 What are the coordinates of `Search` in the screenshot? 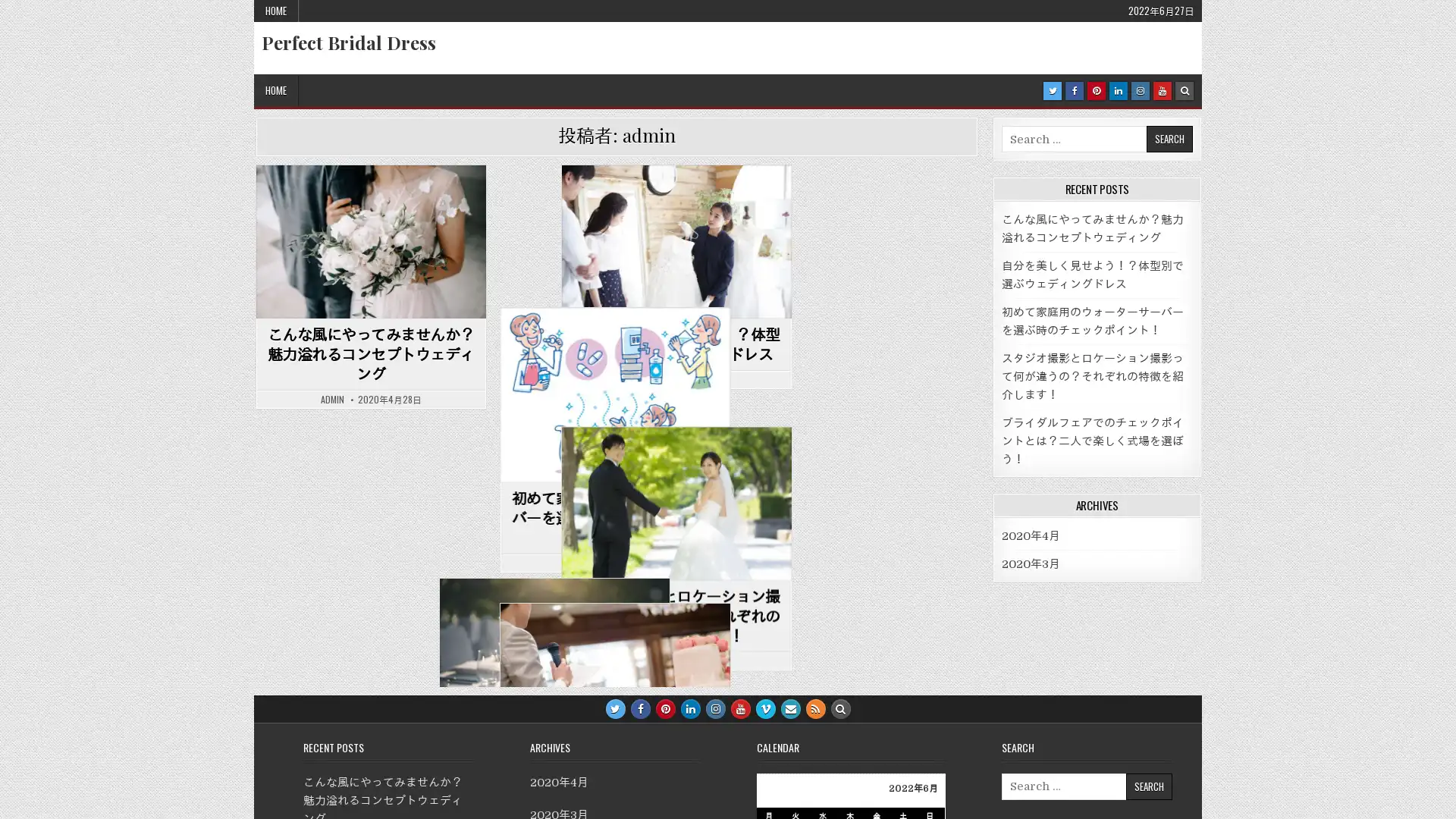 It's located at (1148, 785).